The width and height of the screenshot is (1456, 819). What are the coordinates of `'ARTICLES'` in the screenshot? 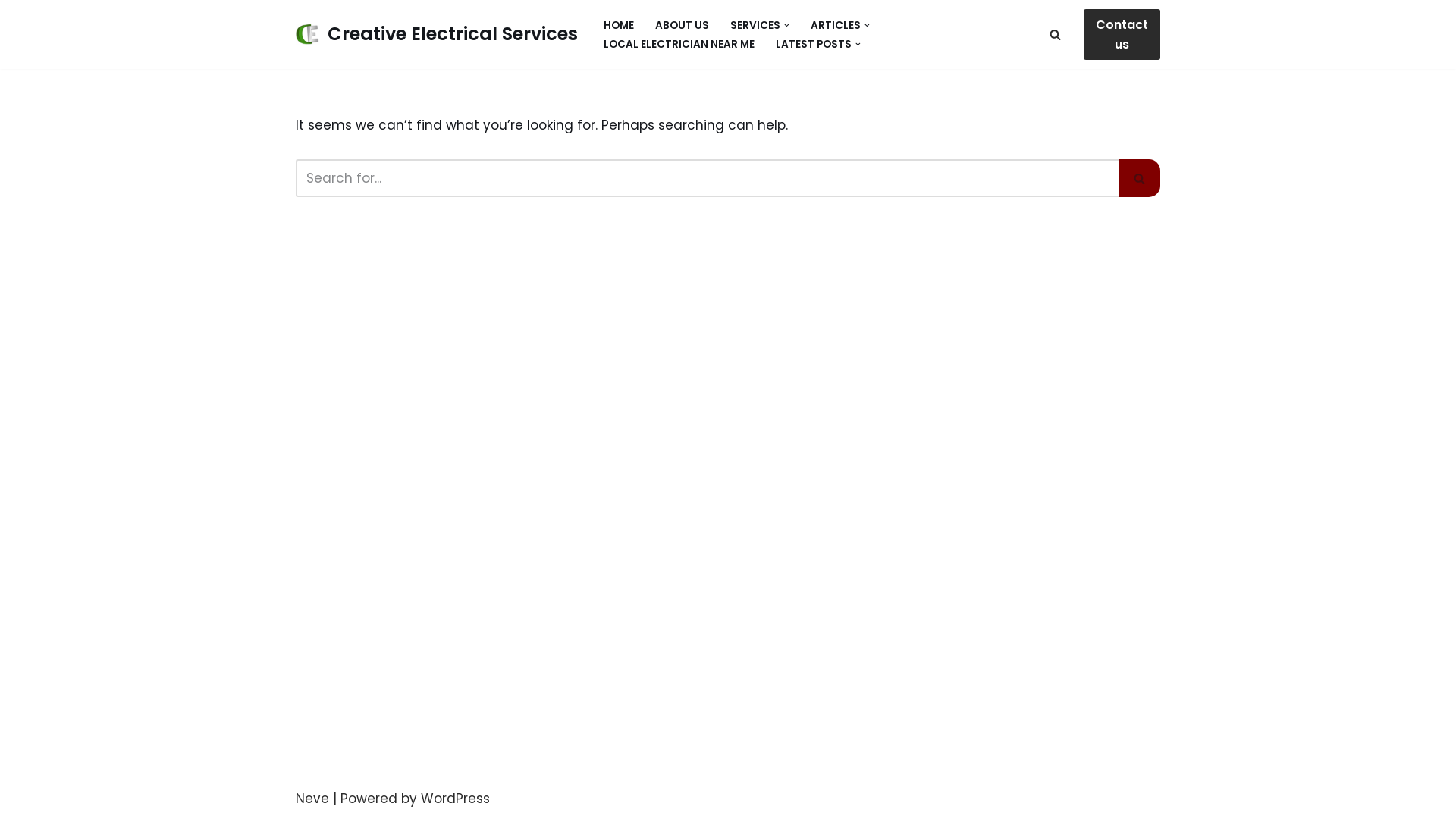 It's located at (835, 25).